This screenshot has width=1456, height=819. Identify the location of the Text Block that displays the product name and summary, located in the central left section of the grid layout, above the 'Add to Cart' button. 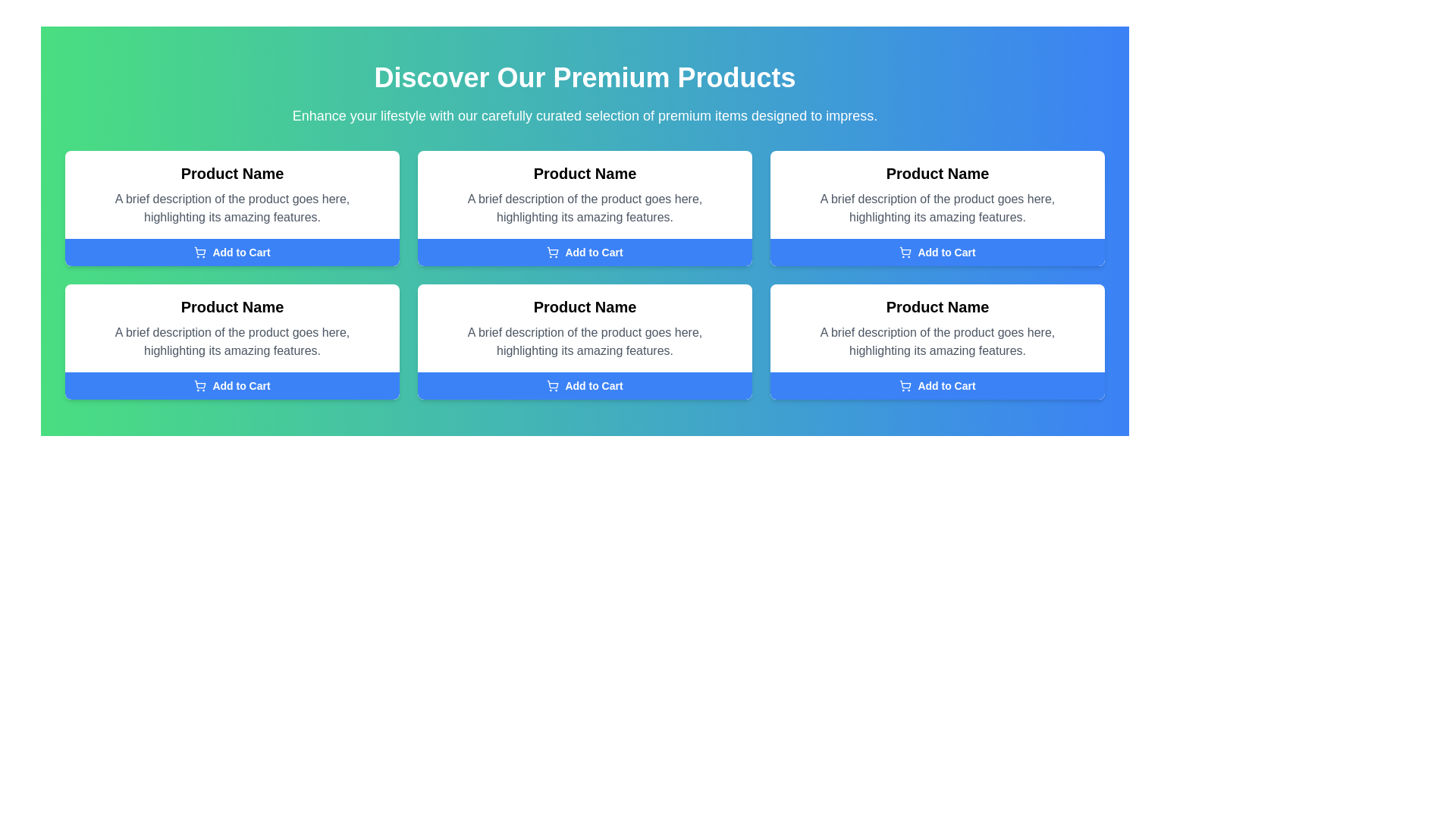
(231, 327).